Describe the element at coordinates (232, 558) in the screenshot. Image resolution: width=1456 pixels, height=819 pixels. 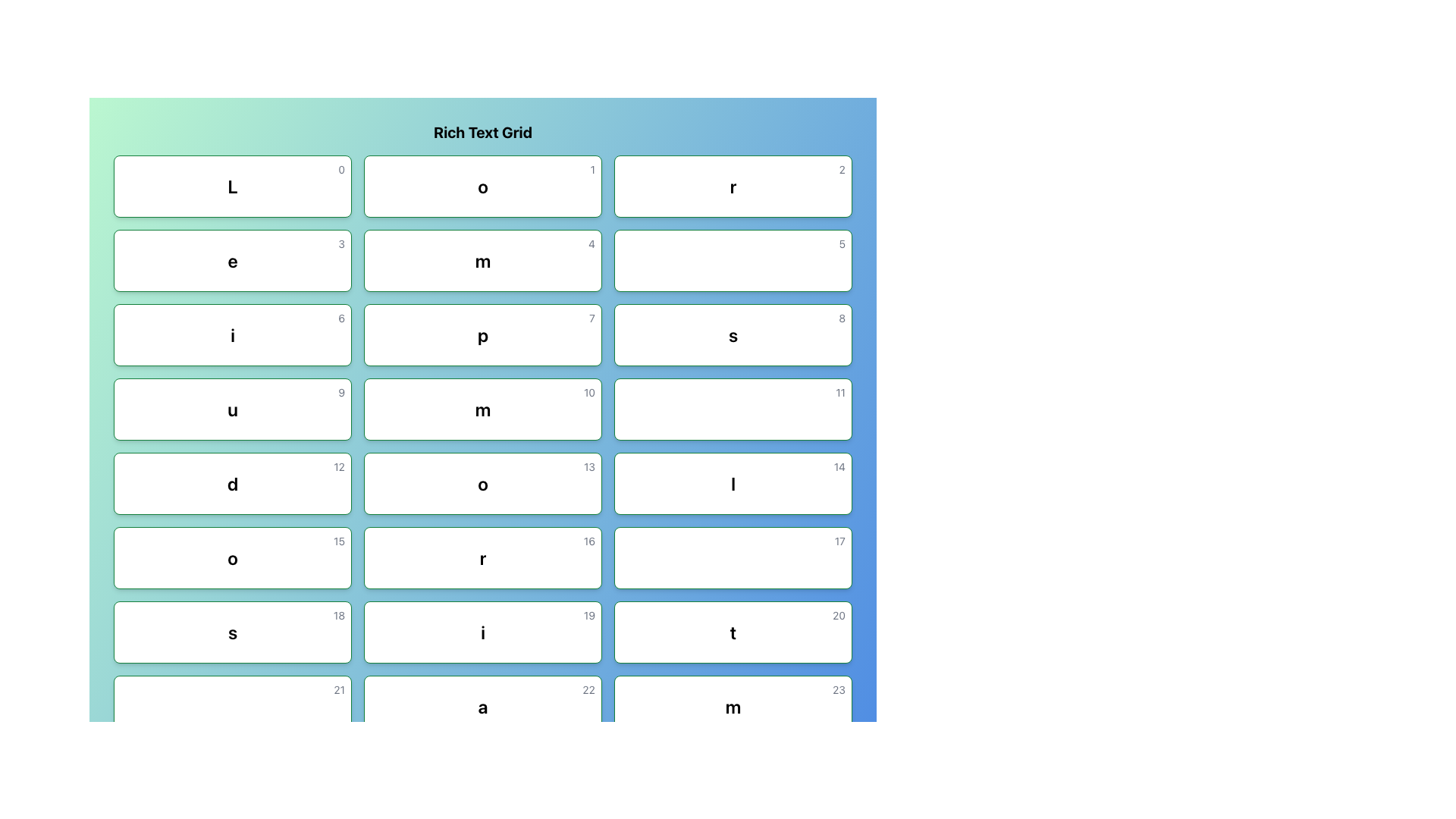
I see `the contents of the grid cell component located in the fourth row and second column, which features a large bold character 'o' and a smaller number '15' in the top-right corner` at that location.